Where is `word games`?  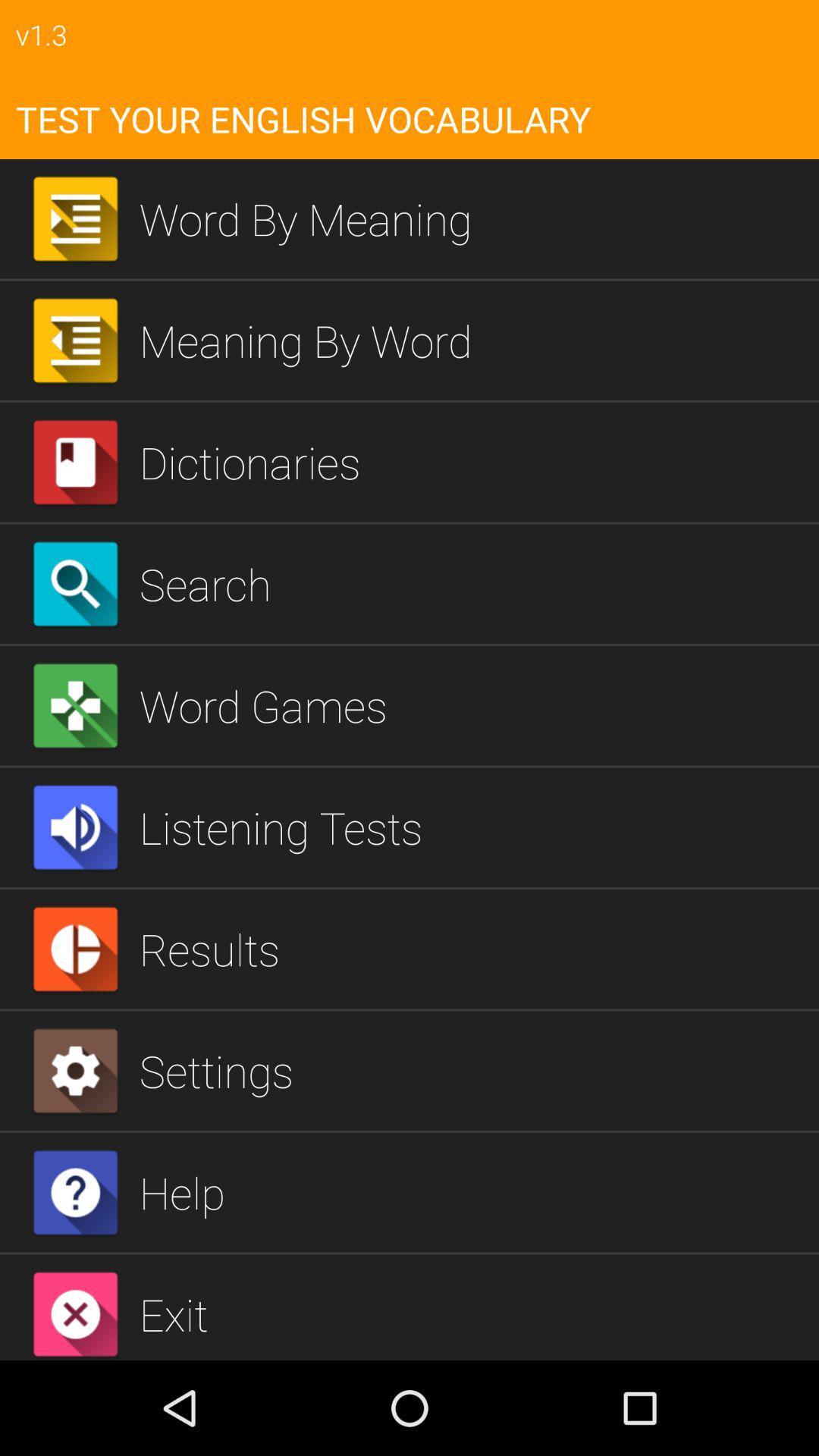 word games is located at coordinates (472, 704).